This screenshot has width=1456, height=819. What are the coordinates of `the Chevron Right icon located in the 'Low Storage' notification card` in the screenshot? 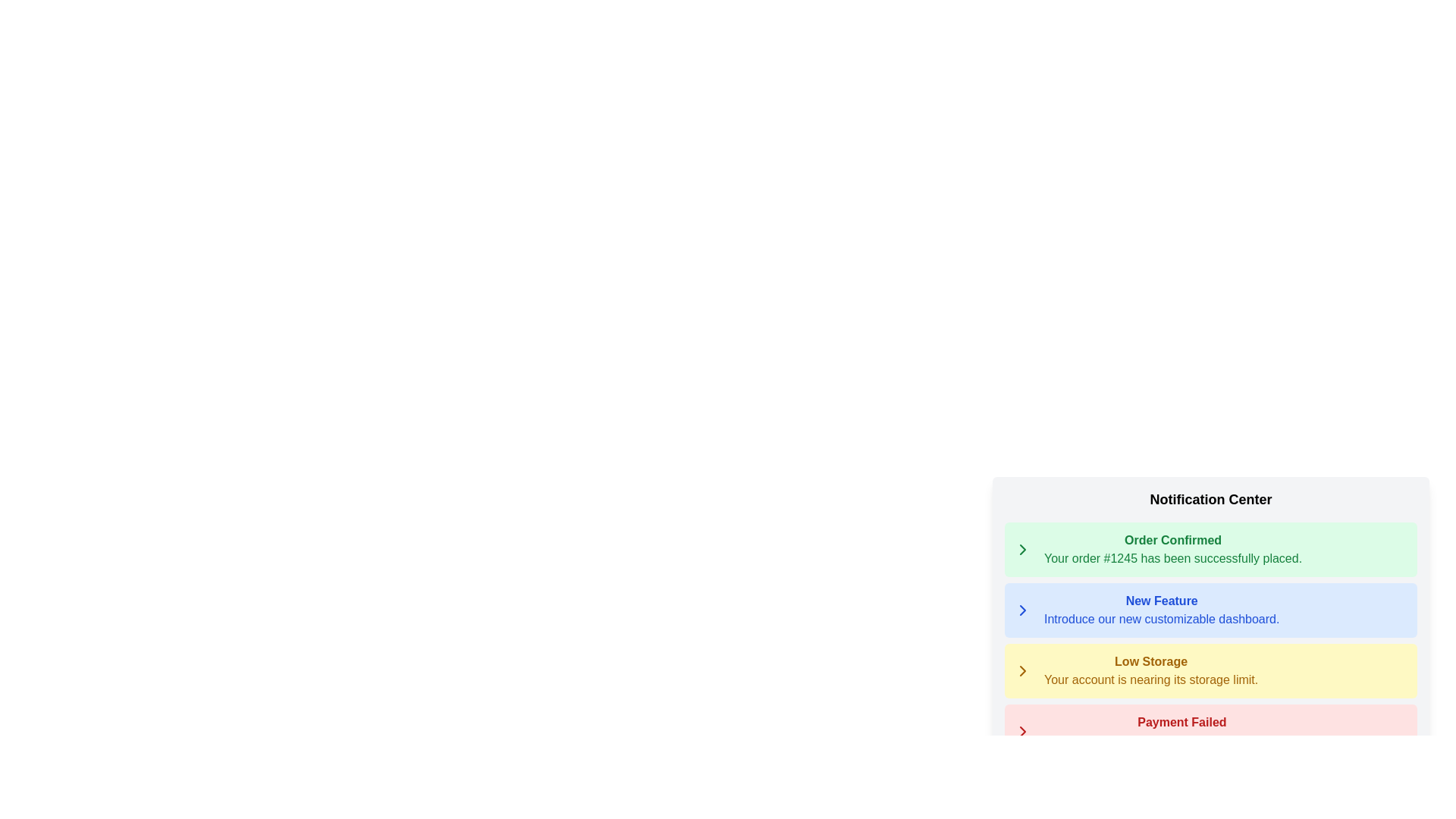 It's located at (1022, 670).